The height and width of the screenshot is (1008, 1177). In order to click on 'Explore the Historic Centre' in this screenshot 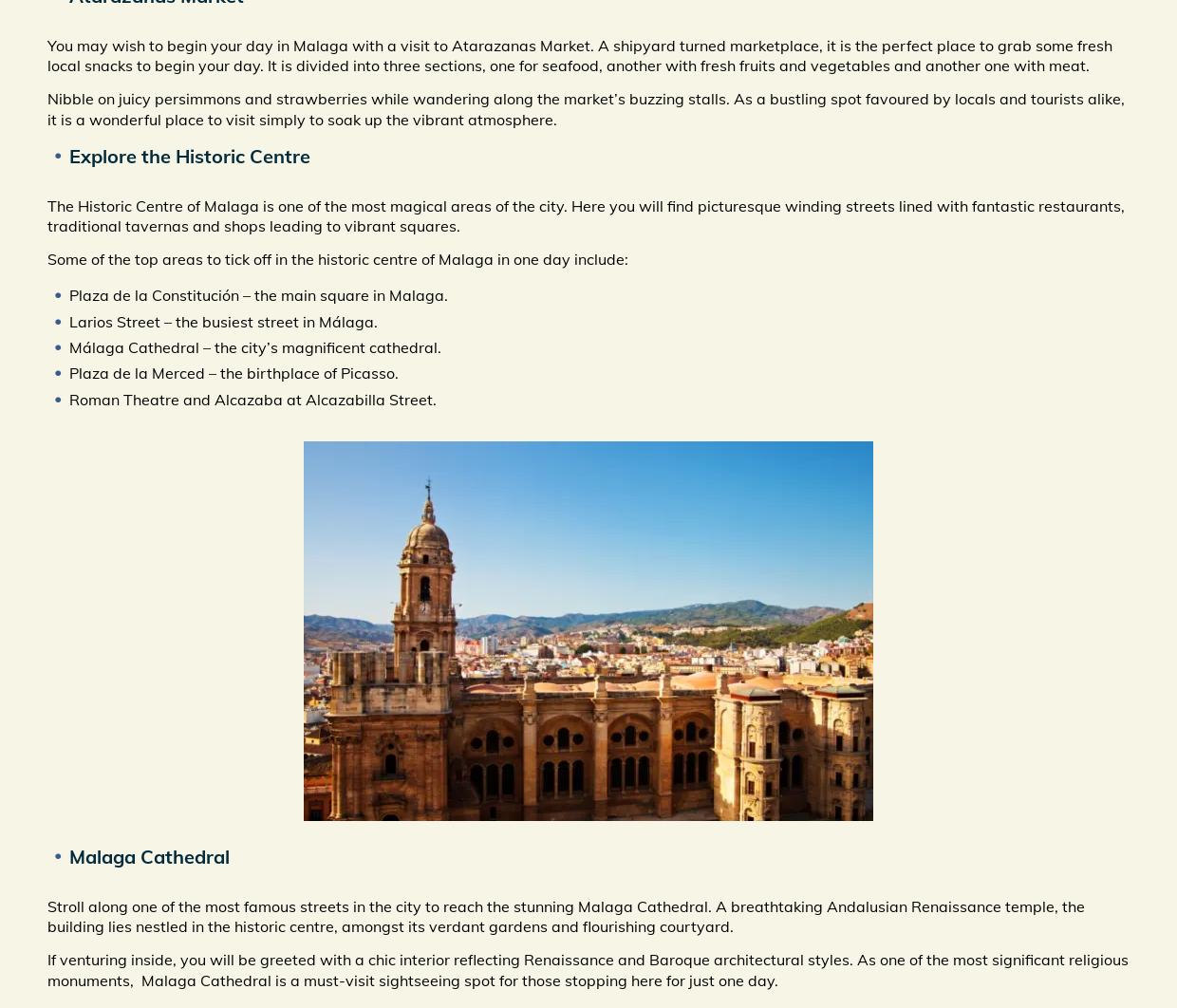, I will do `click(189, 155)`.